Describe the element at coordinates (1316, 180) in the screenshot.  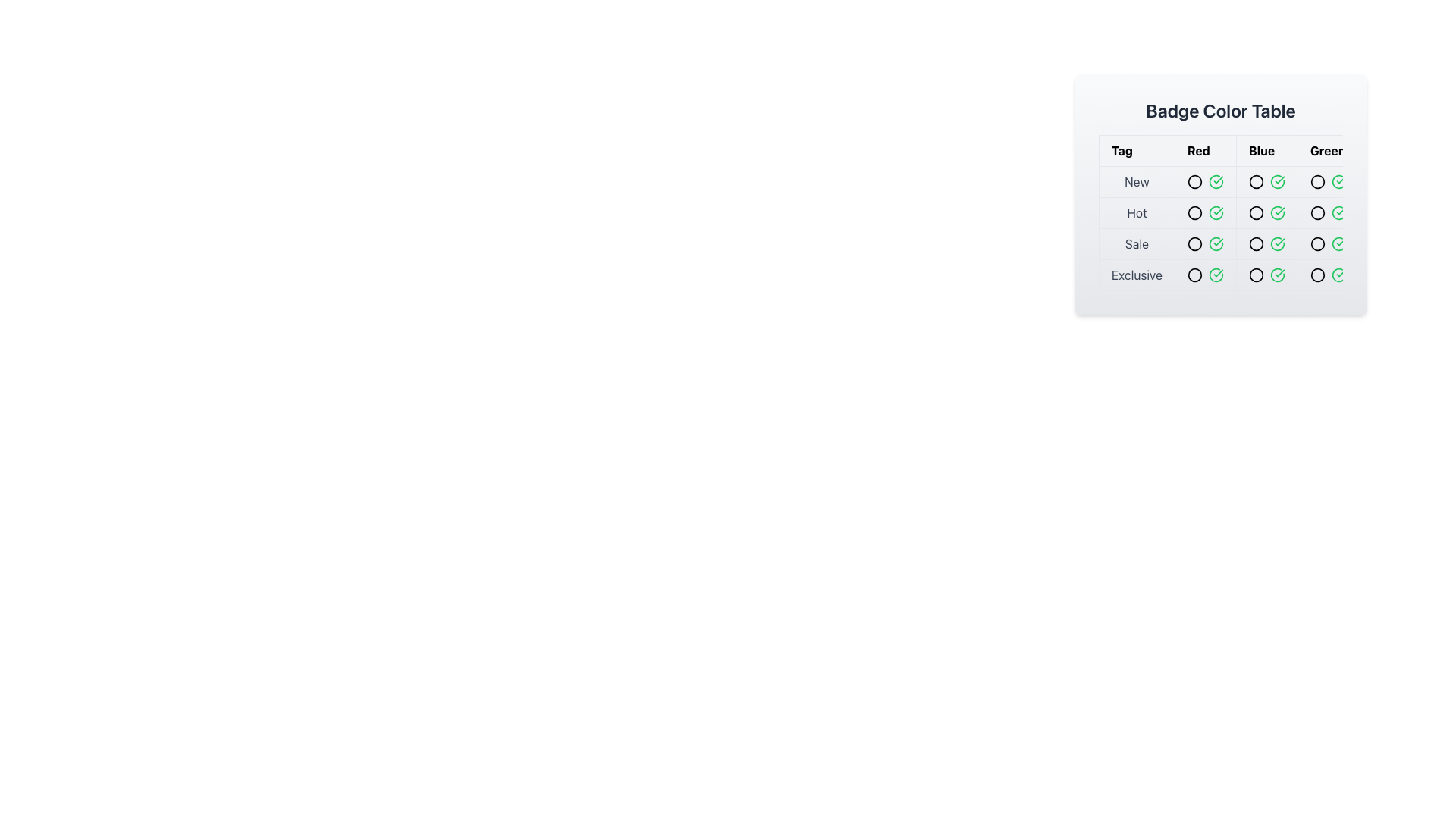
I see `the circular green icon in the 'Badge Color Table' interface that indicates a positive or active status for the 'New' tag` at that location.